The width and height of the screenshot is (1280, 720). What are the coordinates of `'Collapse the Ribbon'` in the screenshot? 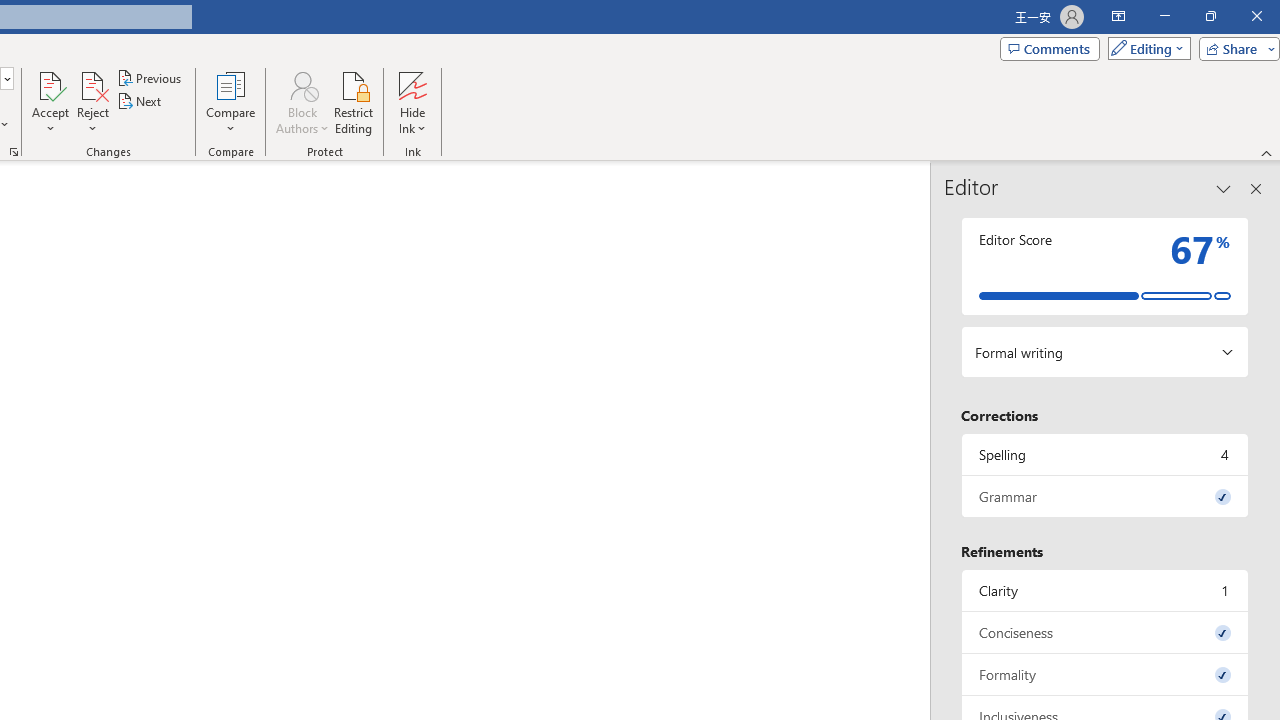 It's located at (1266, 152).